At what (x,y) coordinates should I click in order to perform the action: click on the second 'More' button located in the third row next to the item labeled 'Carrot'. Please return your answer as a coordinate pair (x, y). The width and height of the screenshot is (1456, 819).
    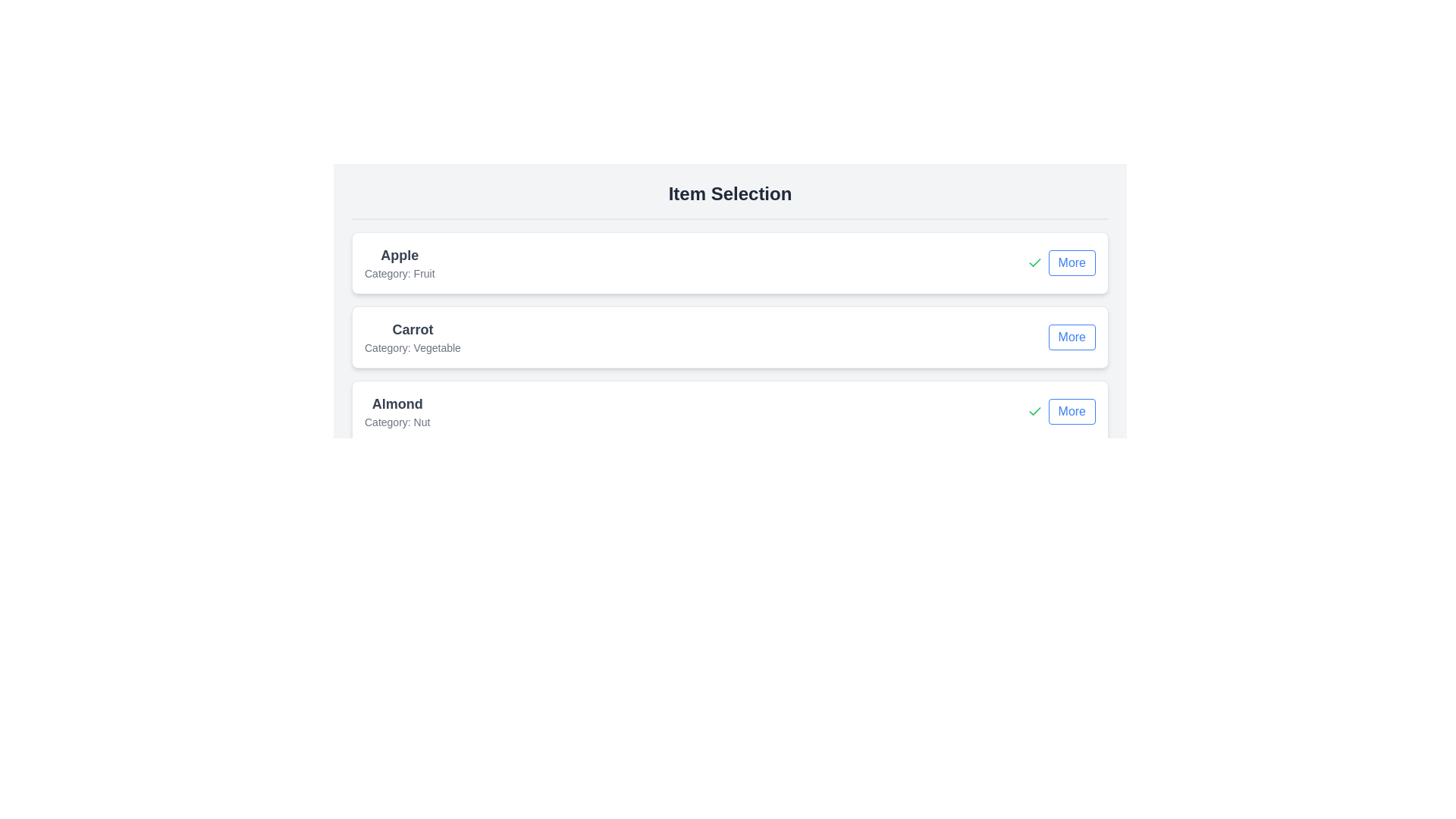
    Looking at the image, I should click on (1071, 336).